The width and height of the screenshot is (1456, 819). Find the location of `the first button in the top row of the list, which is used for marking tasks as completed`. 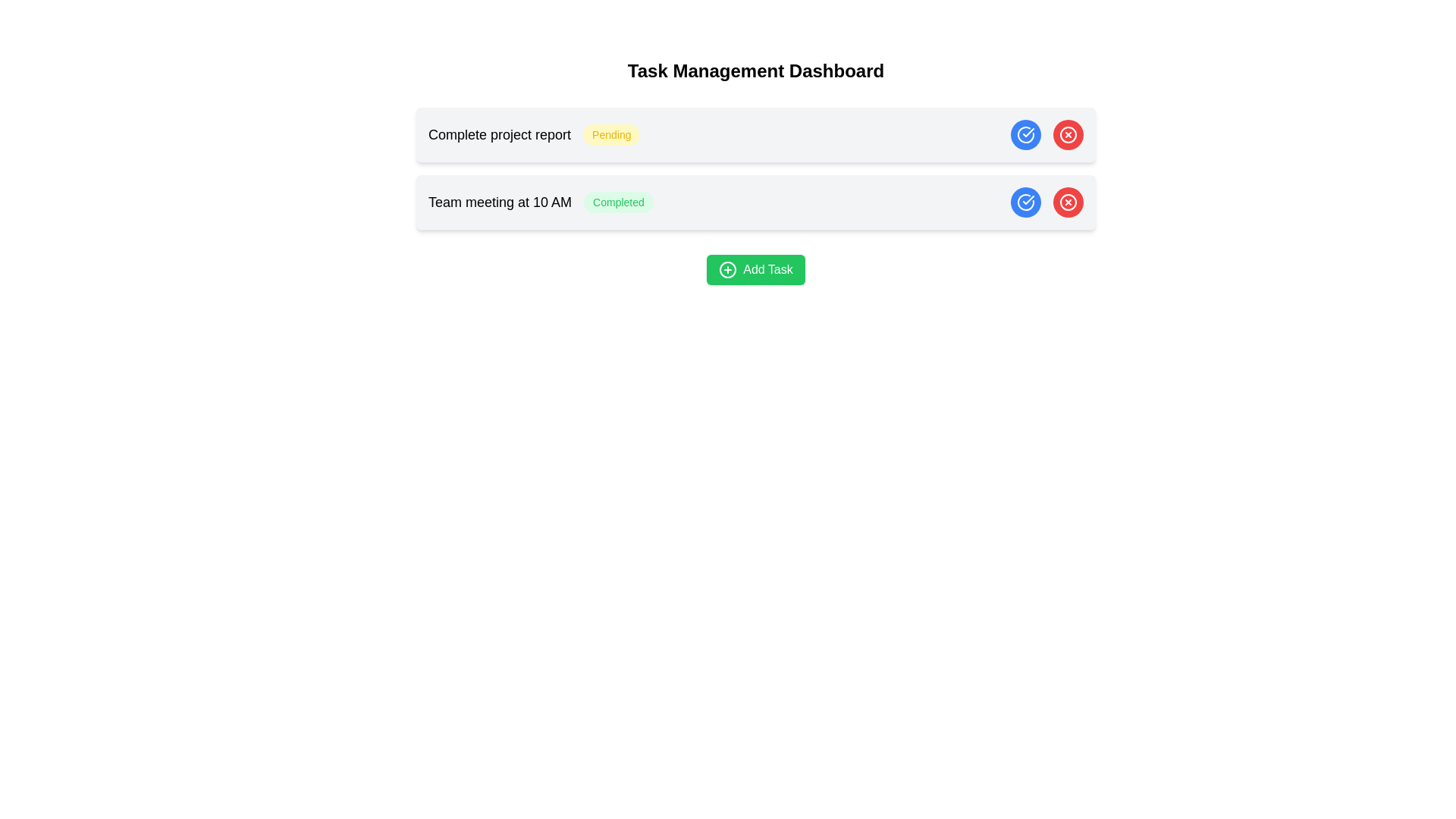

the first button in the top row of the list, which is used for marking tasks as completed is located at coordinates (1026, 133).